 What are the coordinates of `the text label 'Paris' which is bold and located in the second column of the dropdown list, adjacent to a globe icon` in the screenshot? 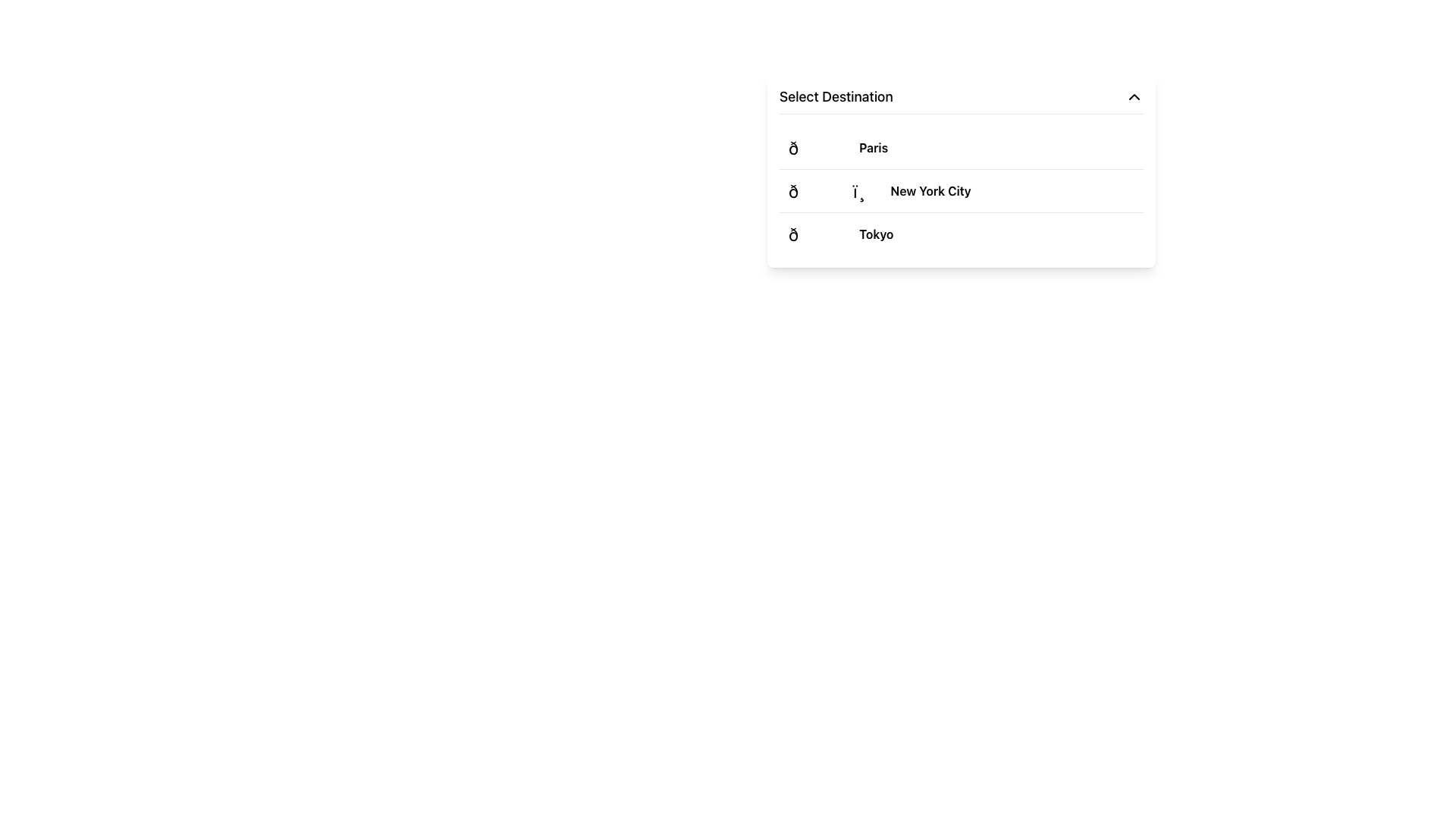 It's located at (874, 148).